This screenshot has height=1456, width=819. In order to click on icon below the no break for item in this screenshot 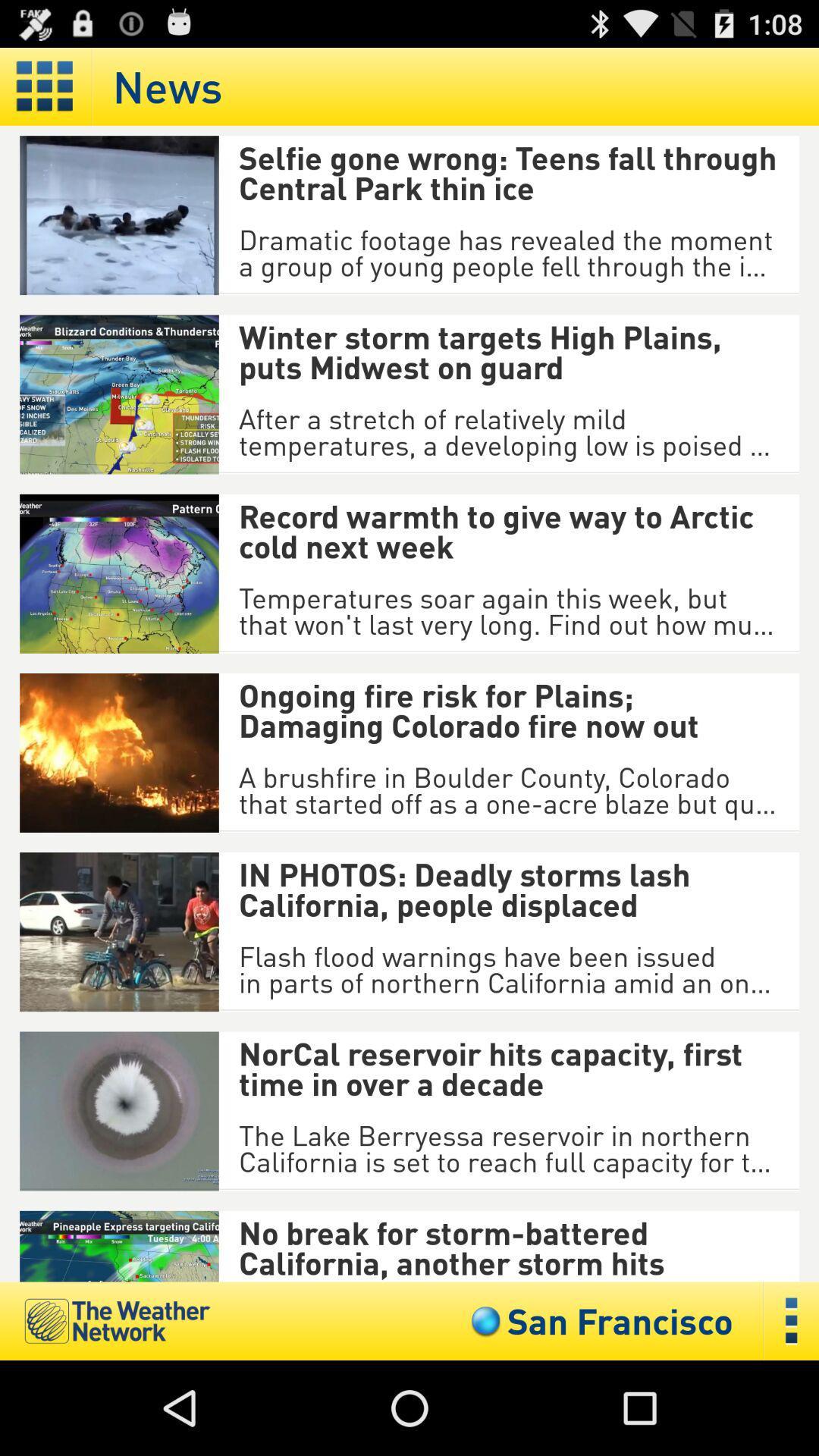, I will do `click(598, 1320)`.